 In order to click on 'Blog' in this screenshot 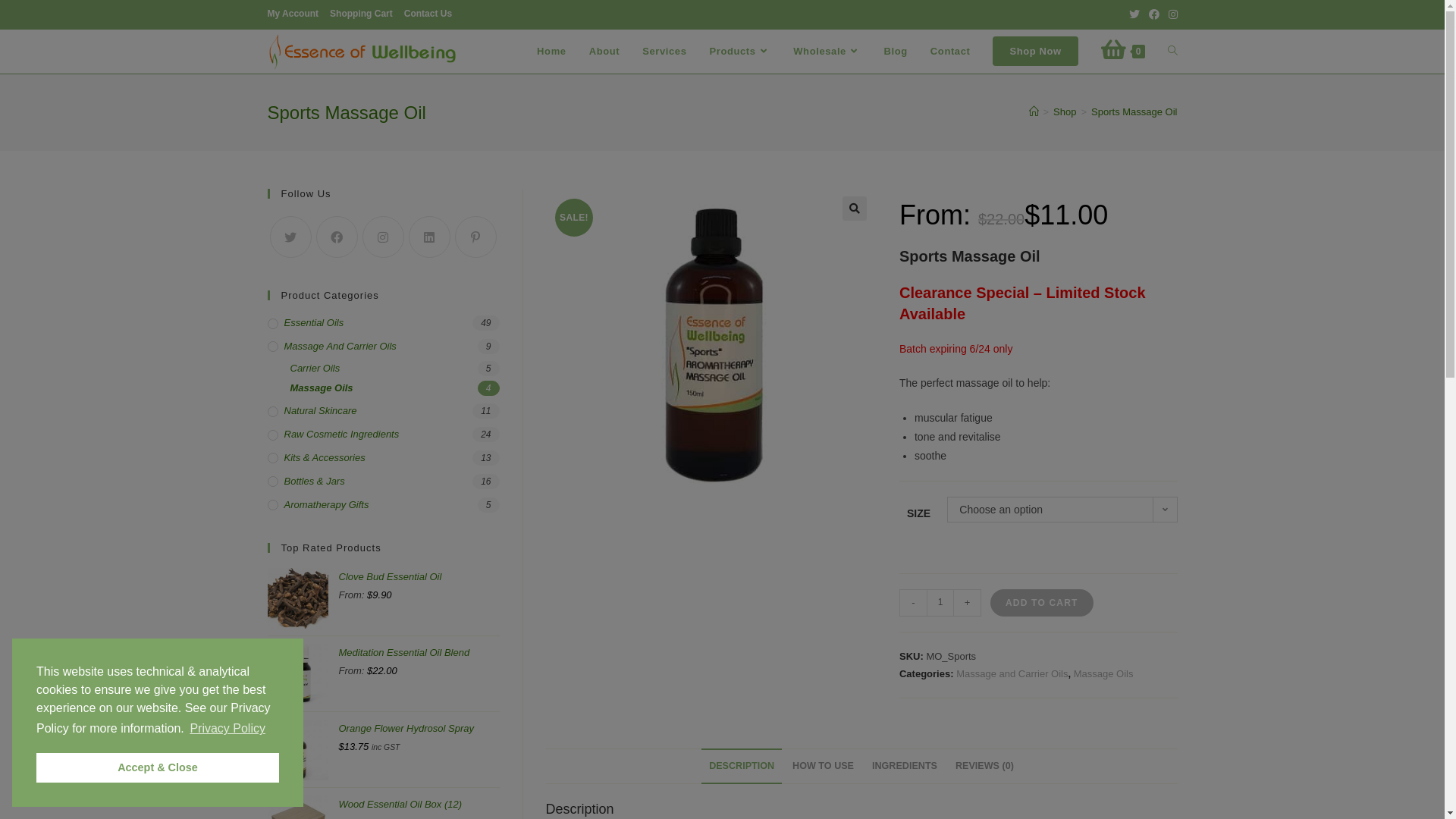, I will do `click(896, 51)`.